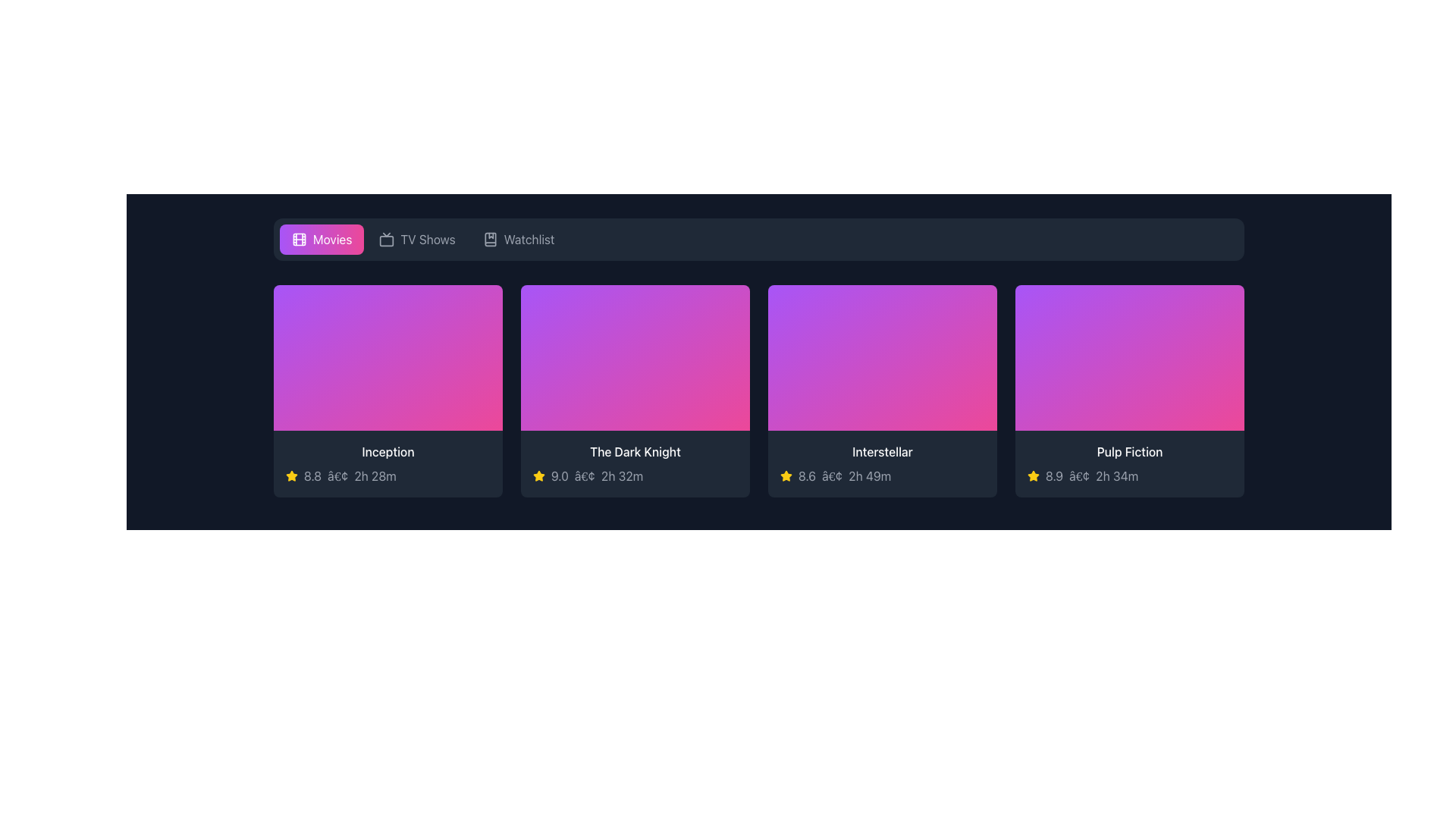 The width and height of the screenshot is (1456, 819). I want to click on the text label displaying '9.0' which is positioned between a star icon and a bullet character, located in the second card under the title 'The Dark Knight', so click(559, 475).